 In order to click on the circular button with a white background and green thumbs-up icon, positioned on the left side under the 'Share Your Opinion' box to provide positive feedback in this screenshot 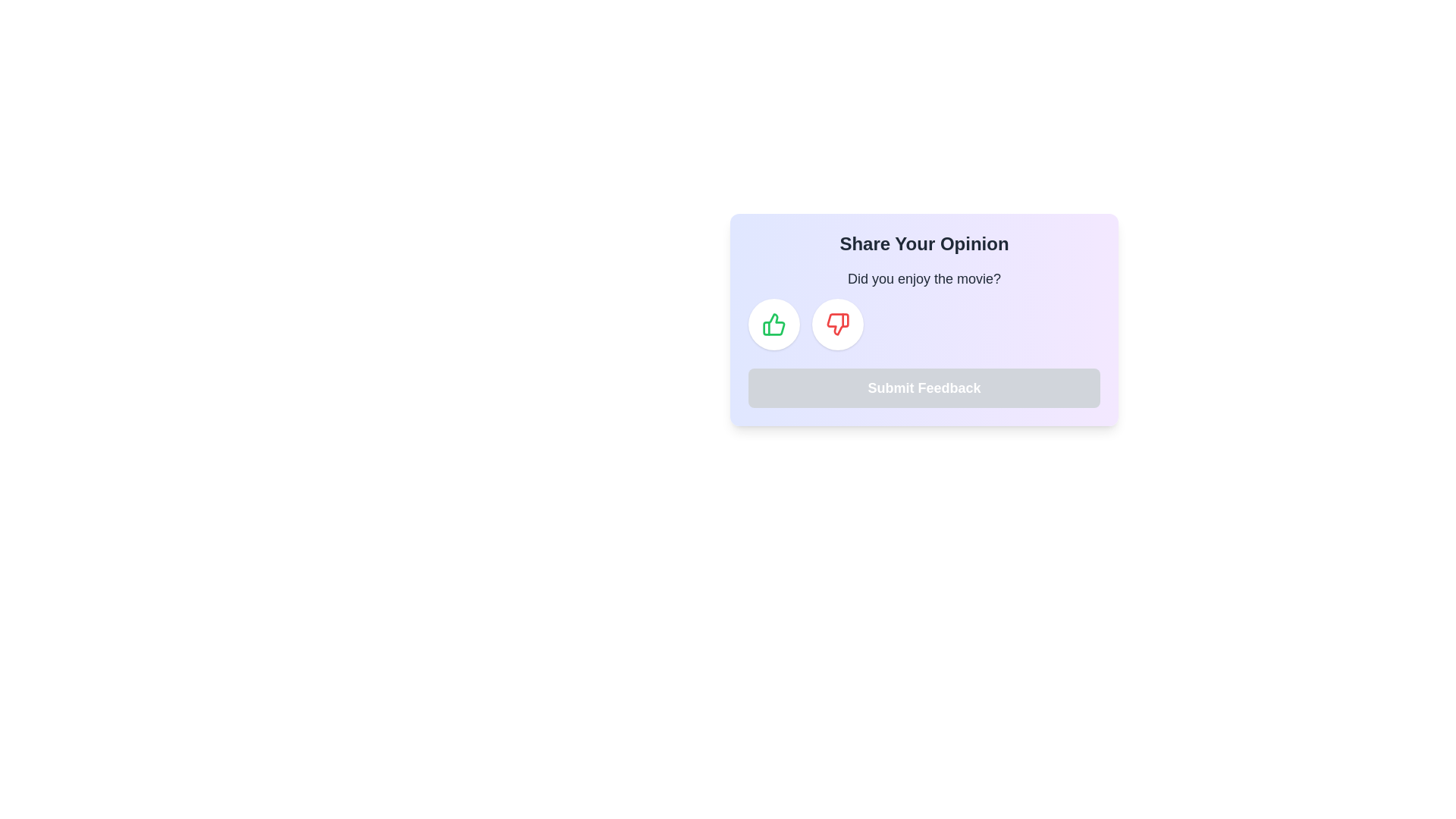, I will do `click(774, 324)`.